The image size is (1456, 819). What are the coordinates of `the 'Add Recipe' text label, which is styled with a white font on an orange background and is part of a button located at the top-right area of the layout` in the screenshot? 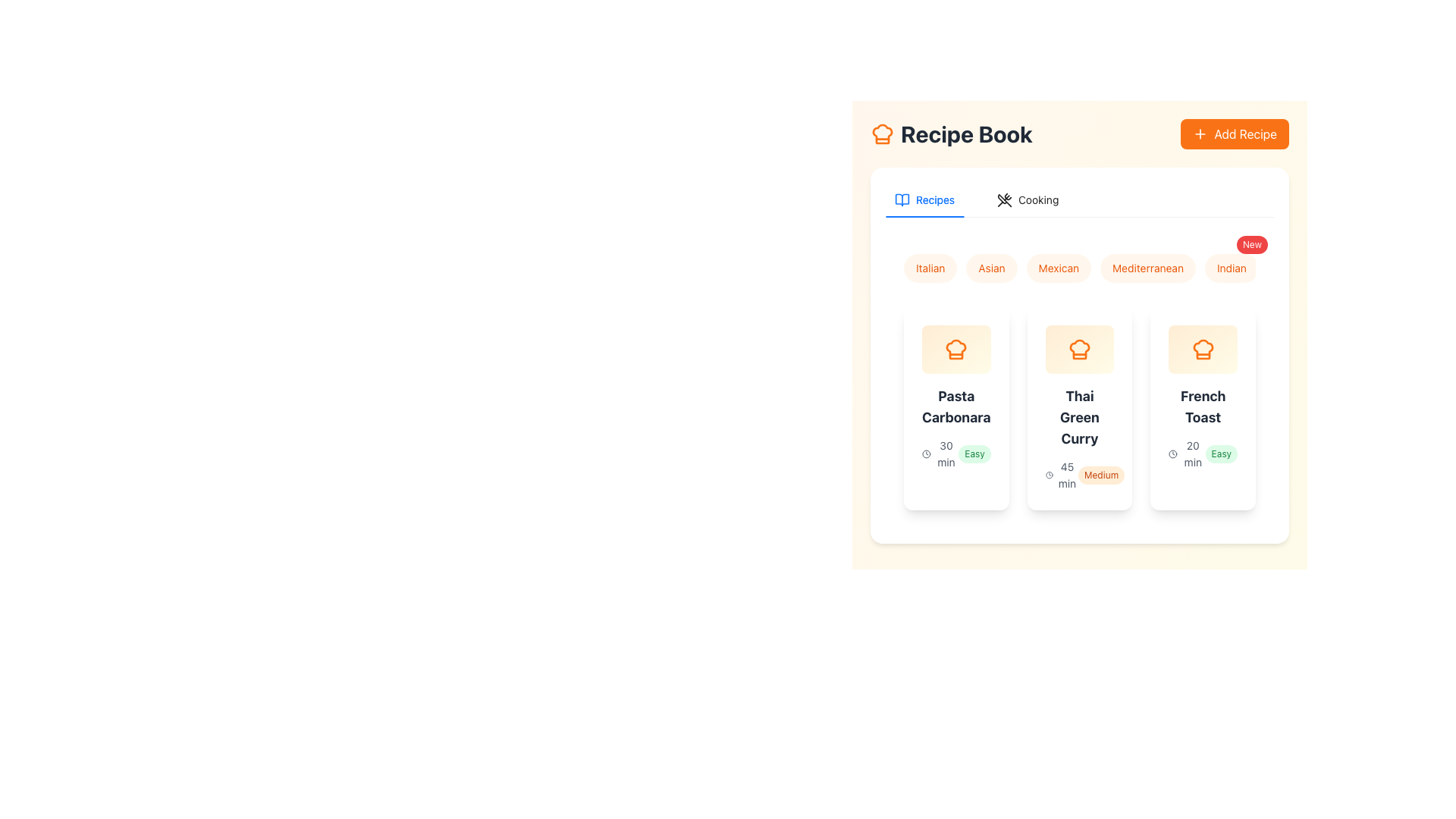 It's located at (1245, 133).